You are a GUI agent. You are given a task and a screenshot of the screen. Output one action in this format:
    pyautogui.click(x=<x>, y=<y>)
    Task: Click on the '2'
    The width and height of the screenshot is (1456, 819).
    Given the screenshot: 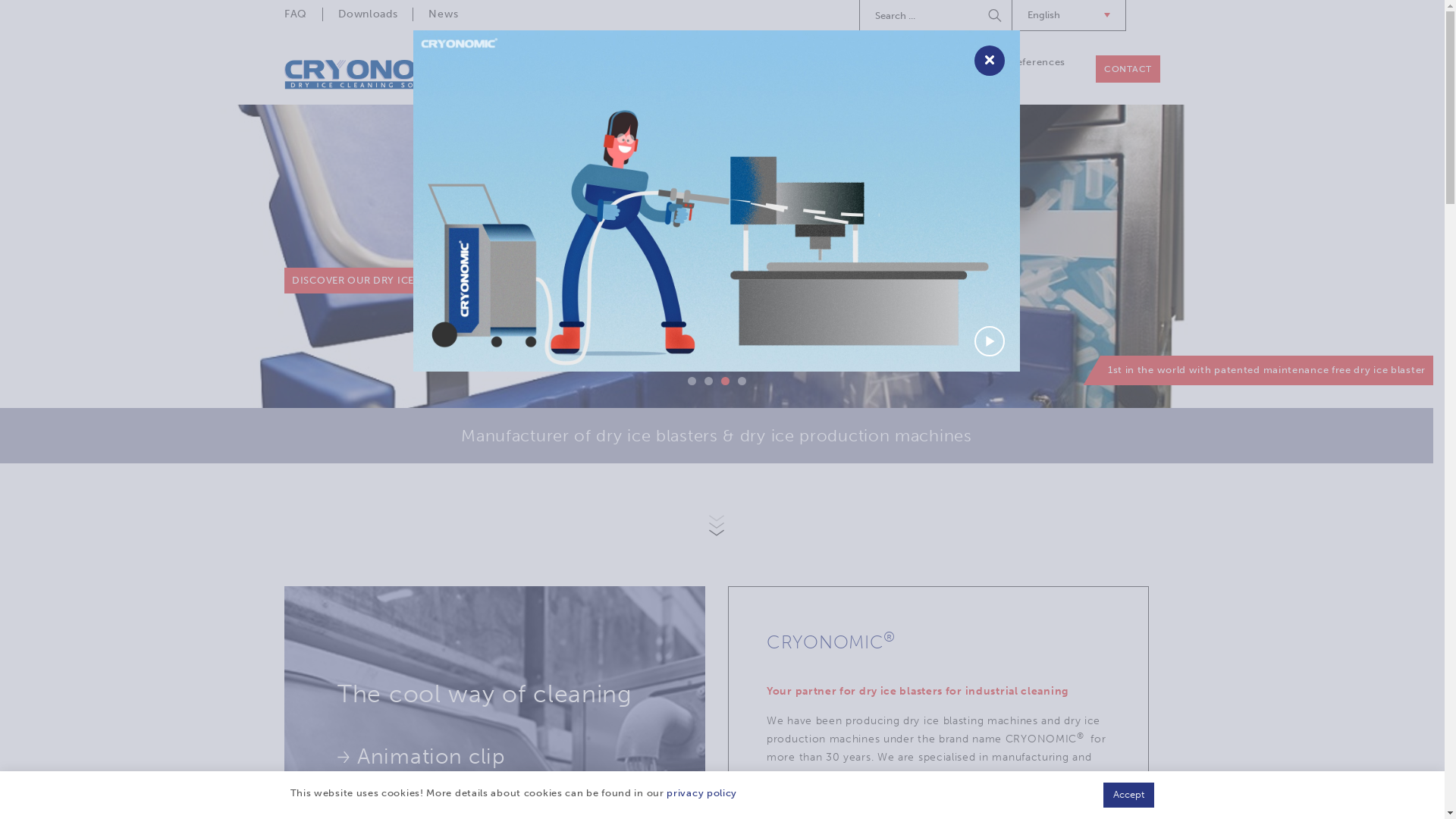 What is the action you would take?
    pyautogui.click(x=707, y=380)
    